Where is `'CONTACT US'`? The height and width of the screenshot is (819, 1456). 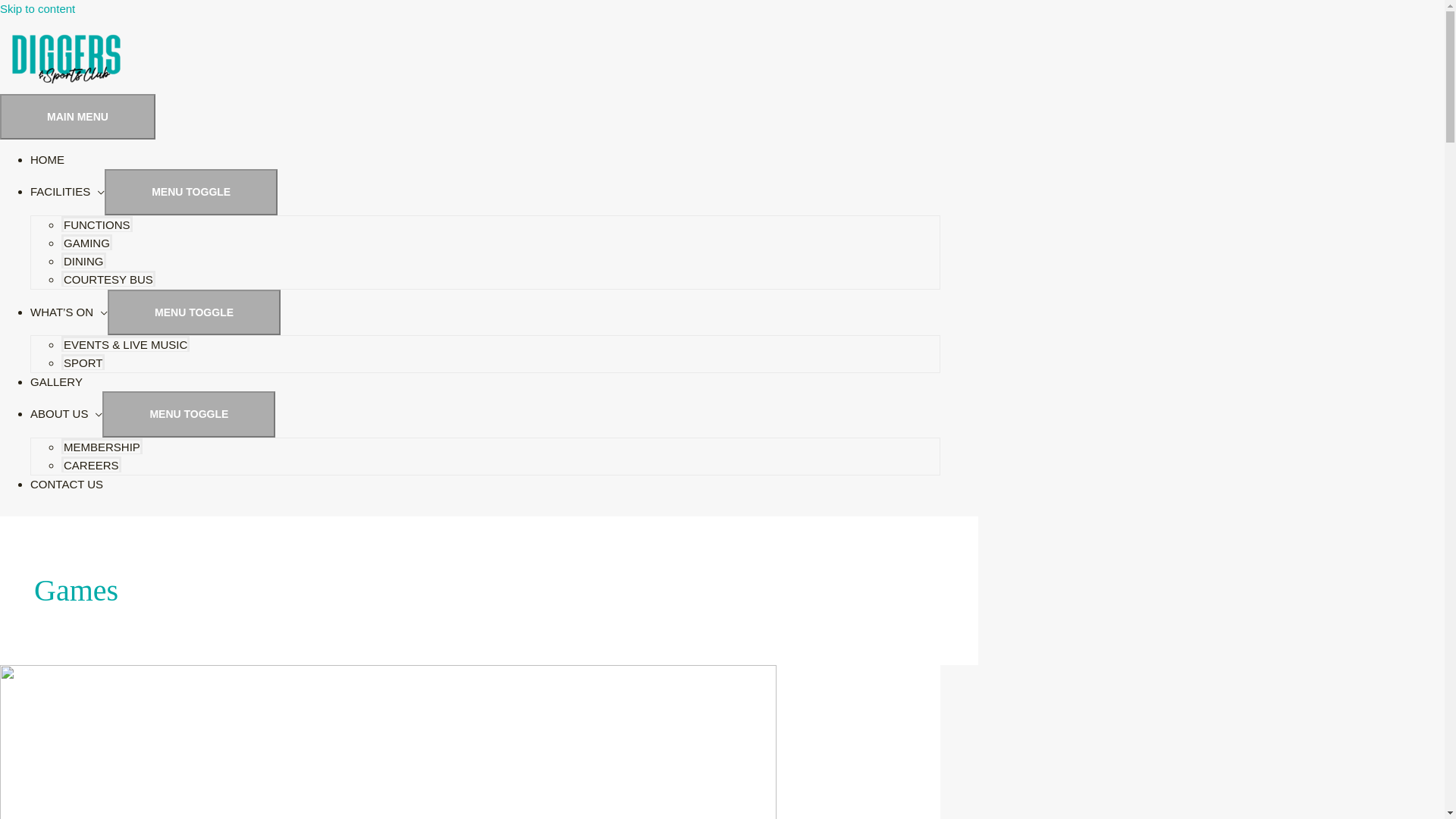
'CONTACT US' is located at coordinates (65, 484).